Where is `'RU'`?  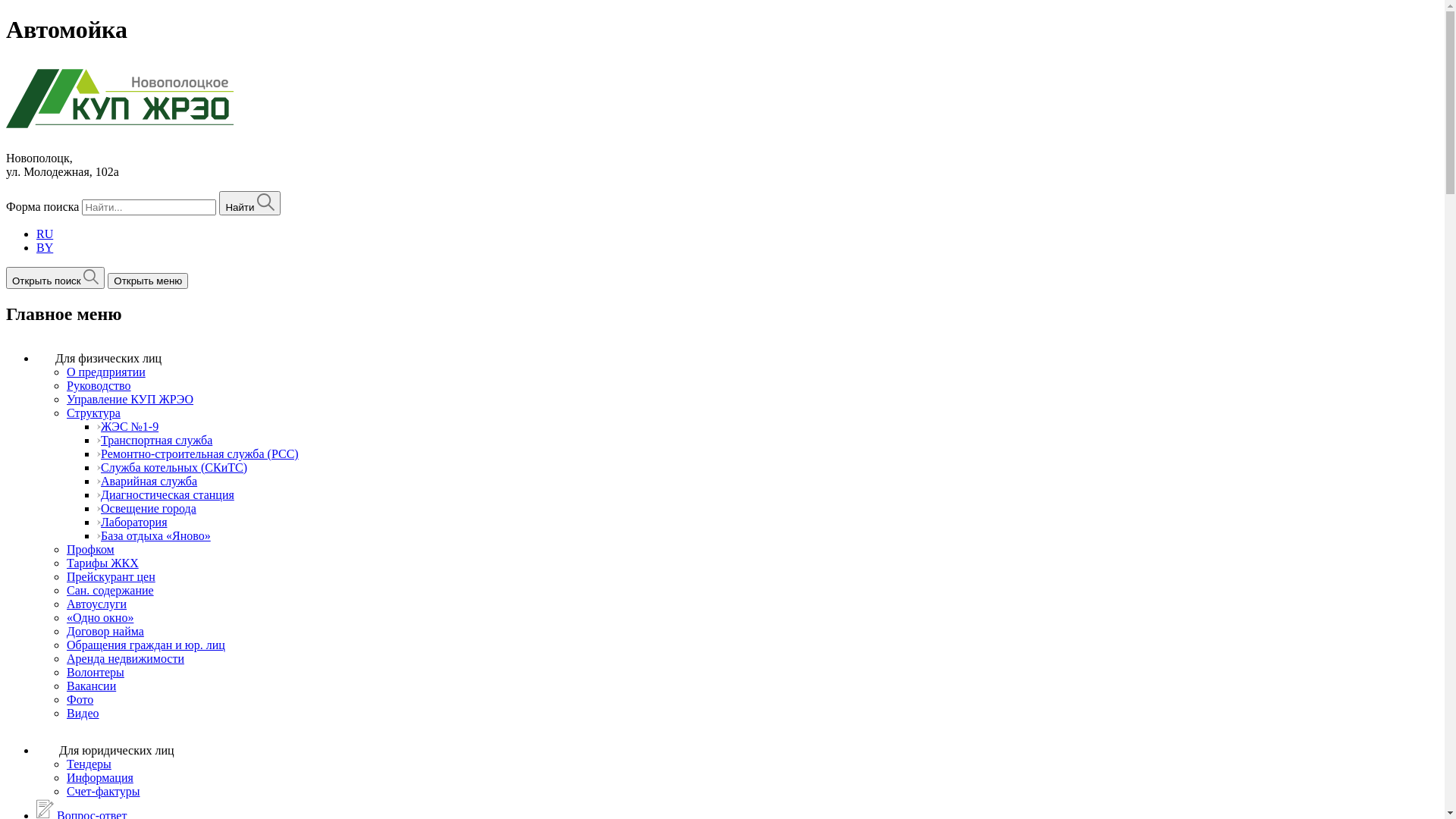 'RU' is located at coordinates (44, 234).